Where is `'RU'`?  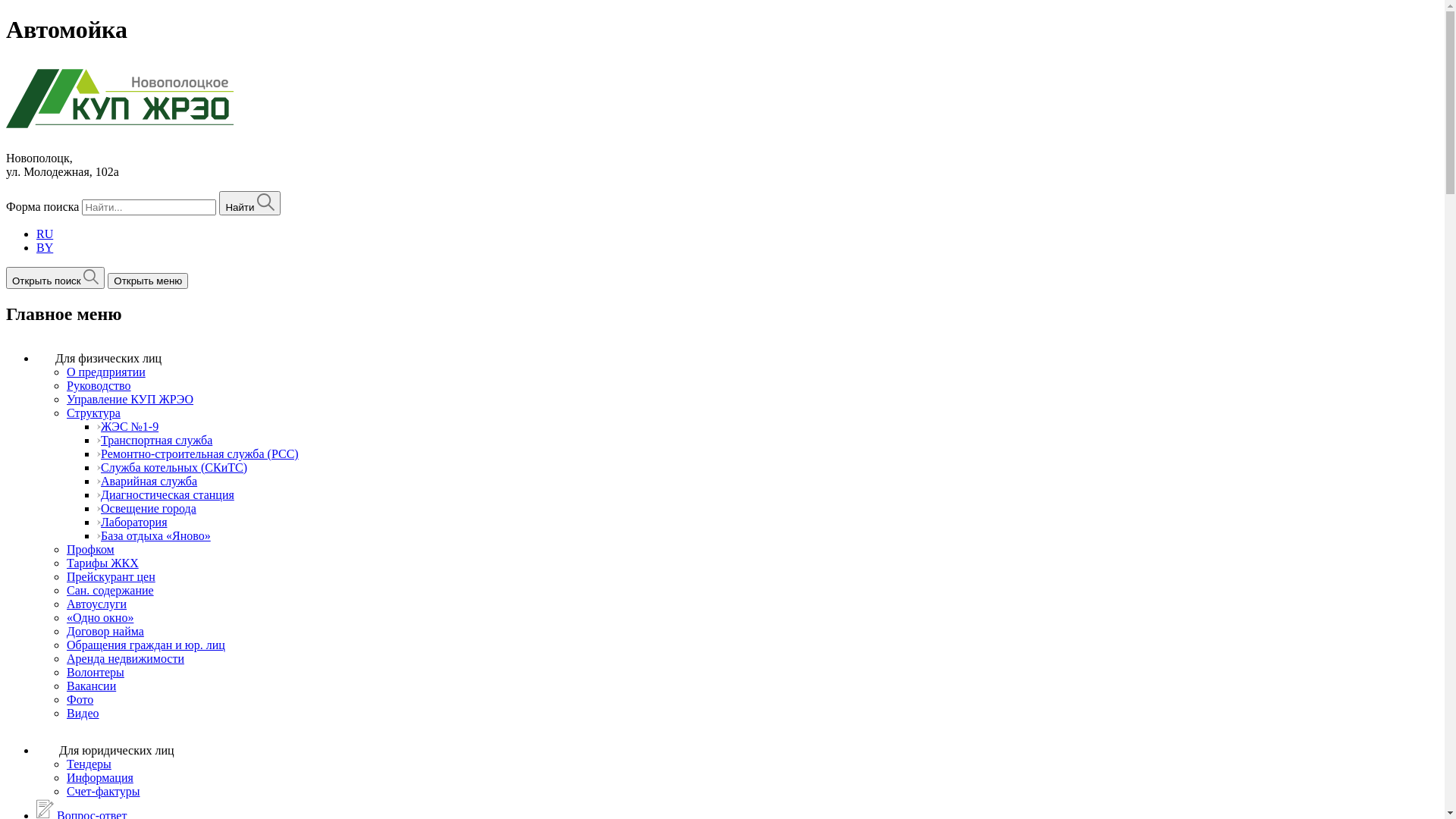 'RU' is located at coordinates (44, 234).